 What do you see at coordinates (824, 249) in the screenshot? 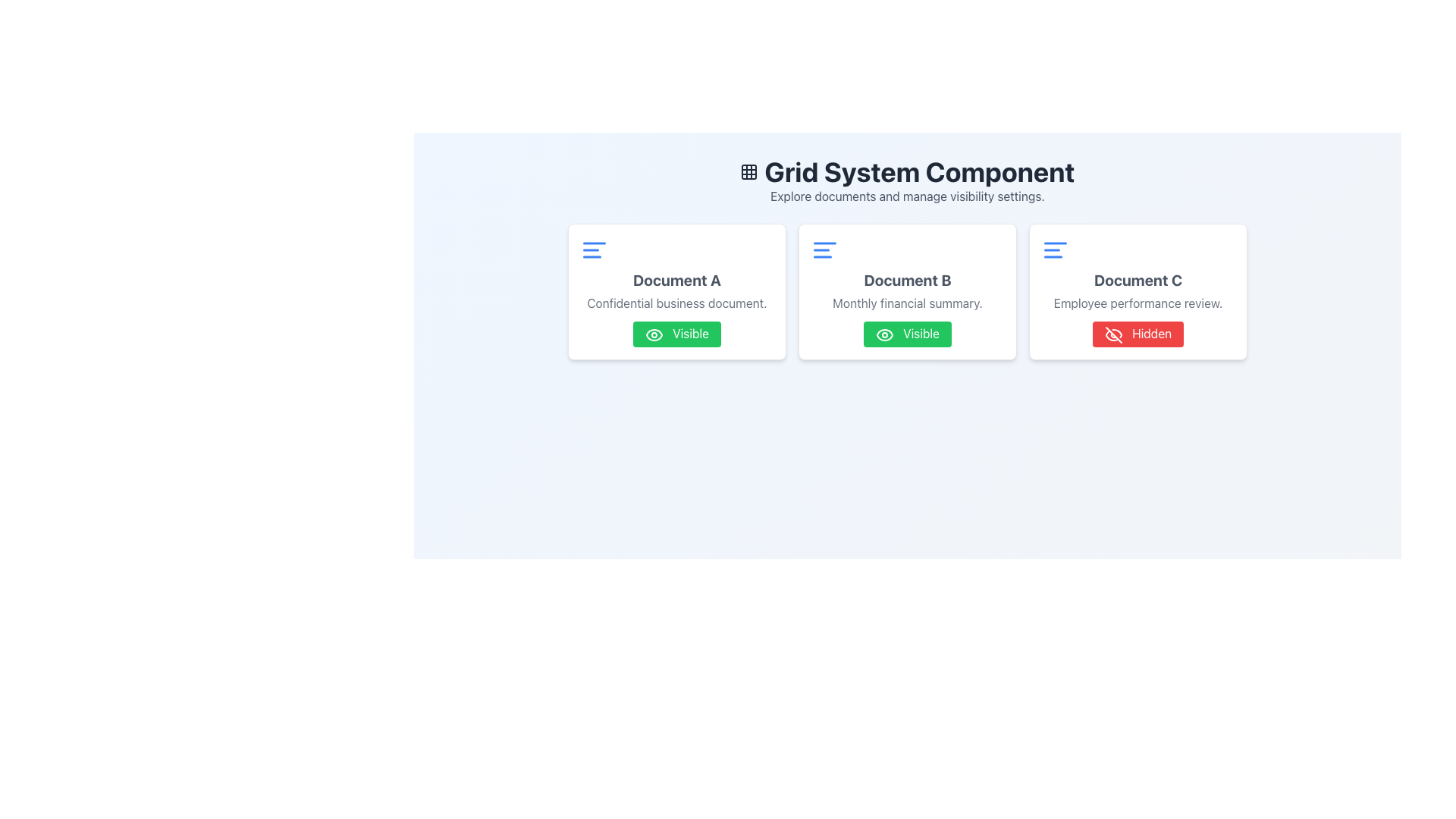
I see `the blue icon with three horizontal lines located in the upper-left corner of the 'Document B' card, above the title text` at bounding box center [824, 249].